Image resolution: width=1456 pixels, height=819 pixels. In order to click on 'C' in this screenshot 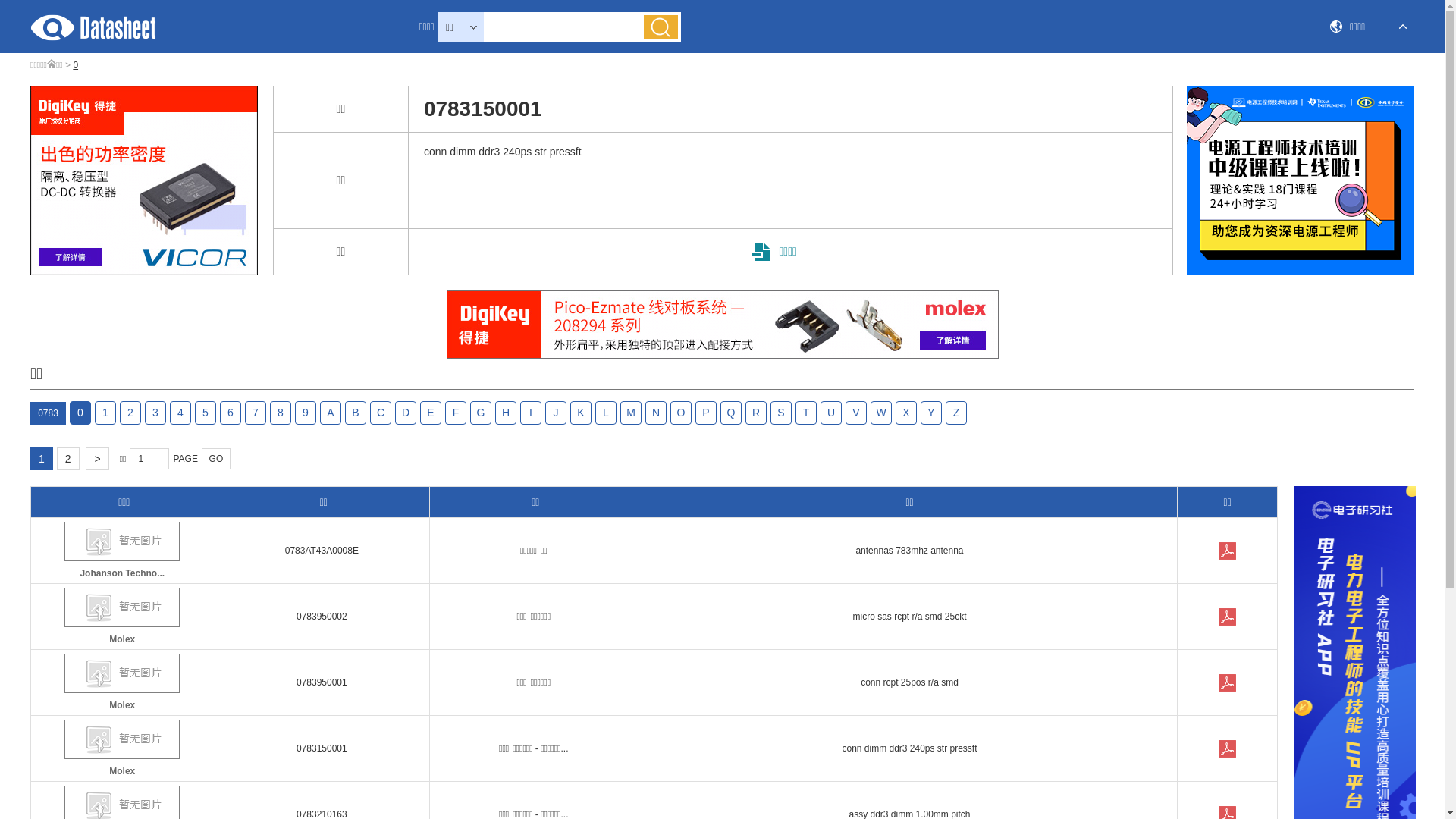, I will do `click(370, 413)`.